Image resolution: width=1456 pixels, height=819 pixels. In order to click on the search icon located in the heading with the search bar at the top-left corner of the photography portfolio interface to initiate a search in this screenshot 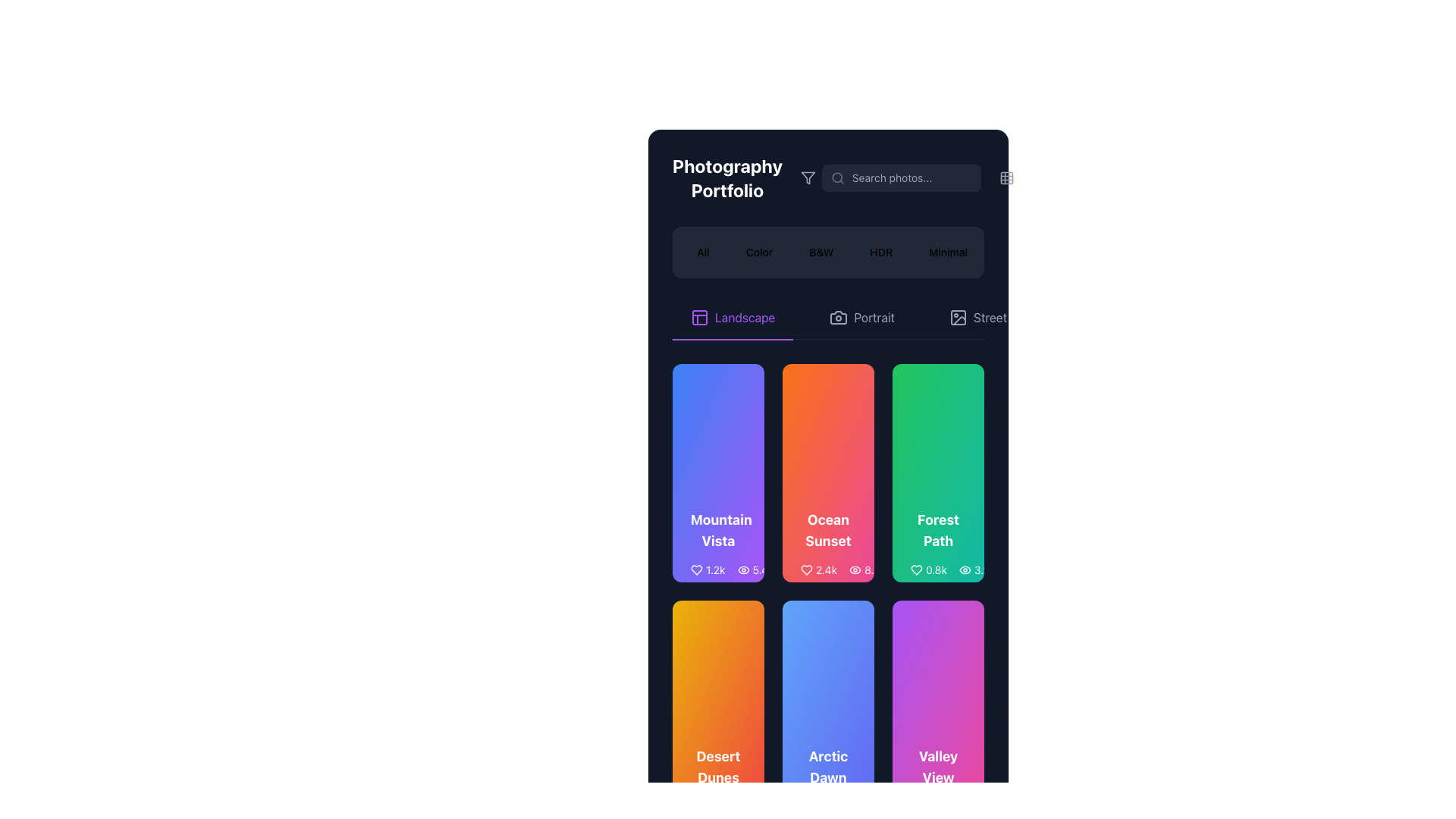, I will do `click(827, 177)`.